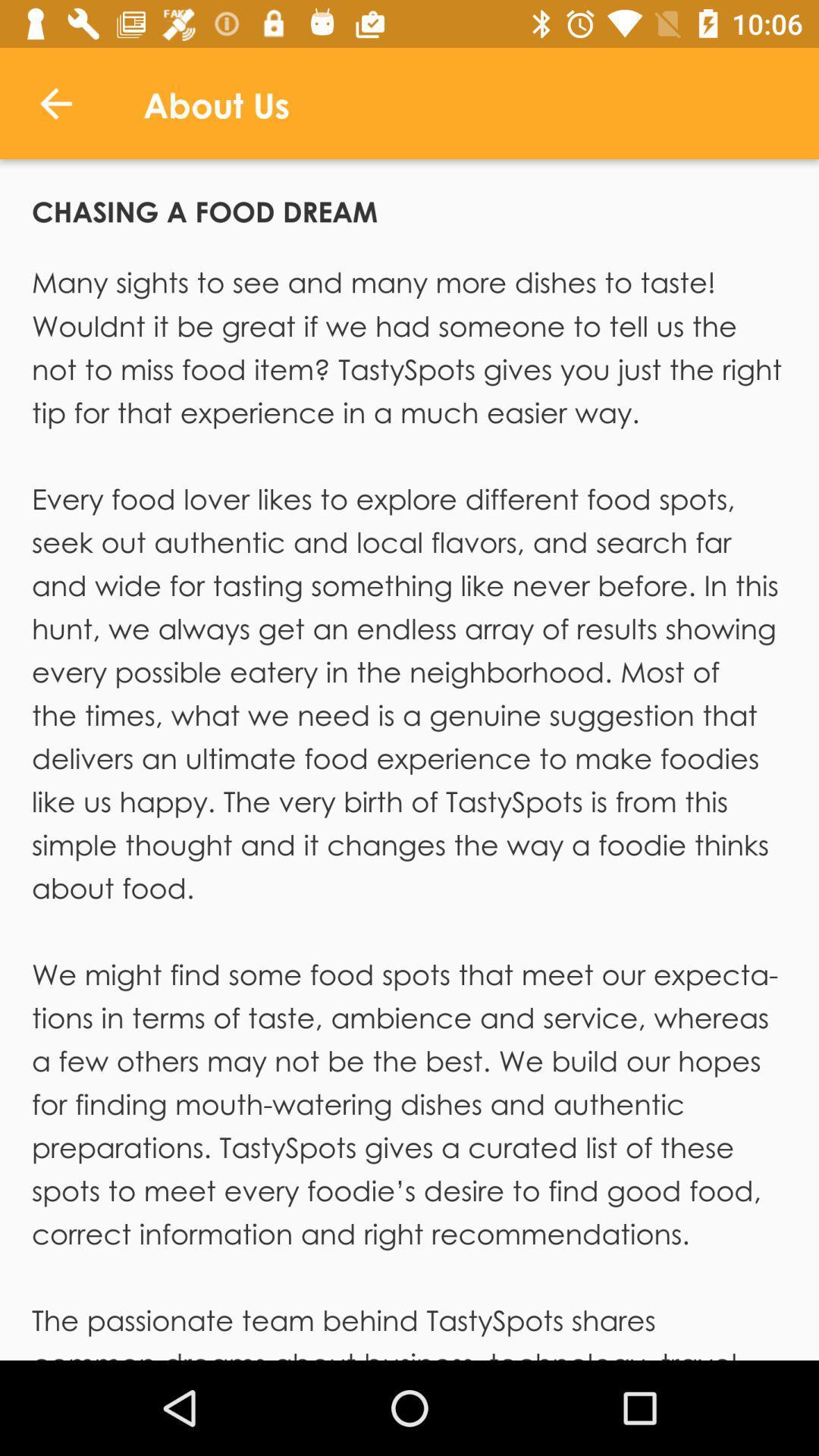 The width and height of the screenshot is (819, 1456). What do you see at coordinates (55, 102) in the screenshot?
I see `item above chasing a food icon` at bounding box center [55, 102].